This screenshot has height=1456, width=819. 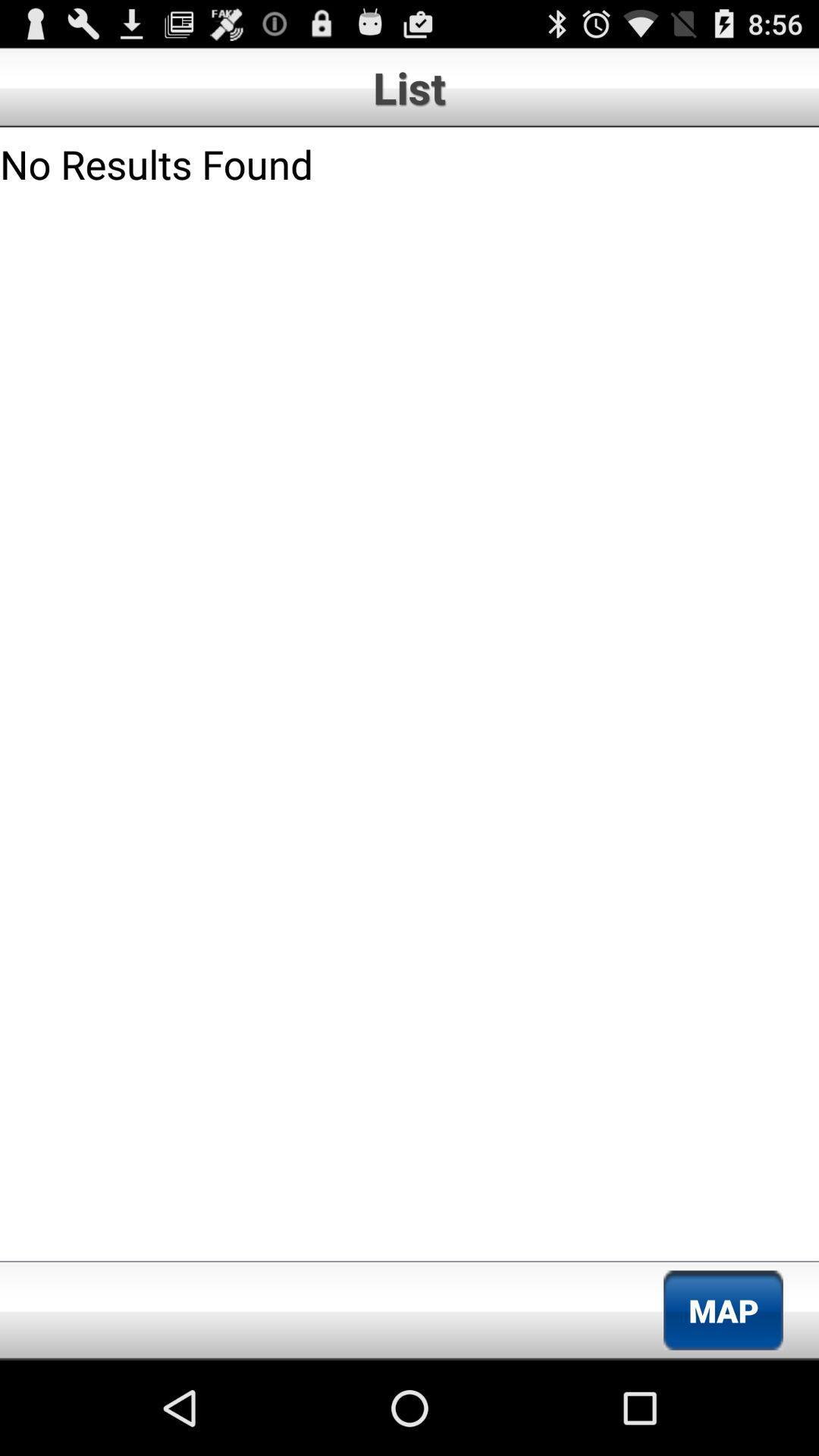 I want to click on the item at the bottom right corner, so click(x=722, y=1310).